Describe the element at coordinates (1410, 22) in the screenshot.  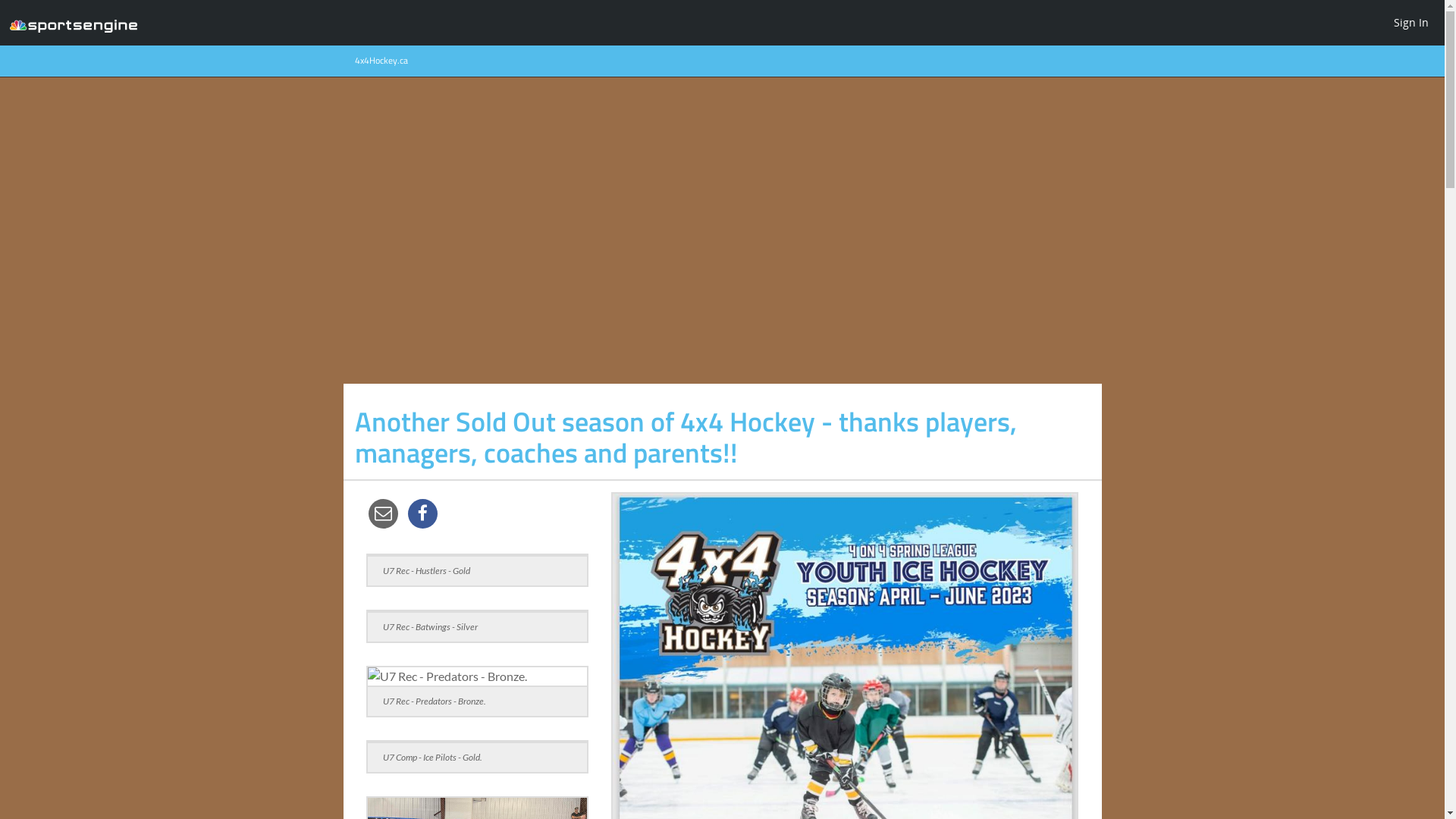
I see `'Sign In'` at that location.